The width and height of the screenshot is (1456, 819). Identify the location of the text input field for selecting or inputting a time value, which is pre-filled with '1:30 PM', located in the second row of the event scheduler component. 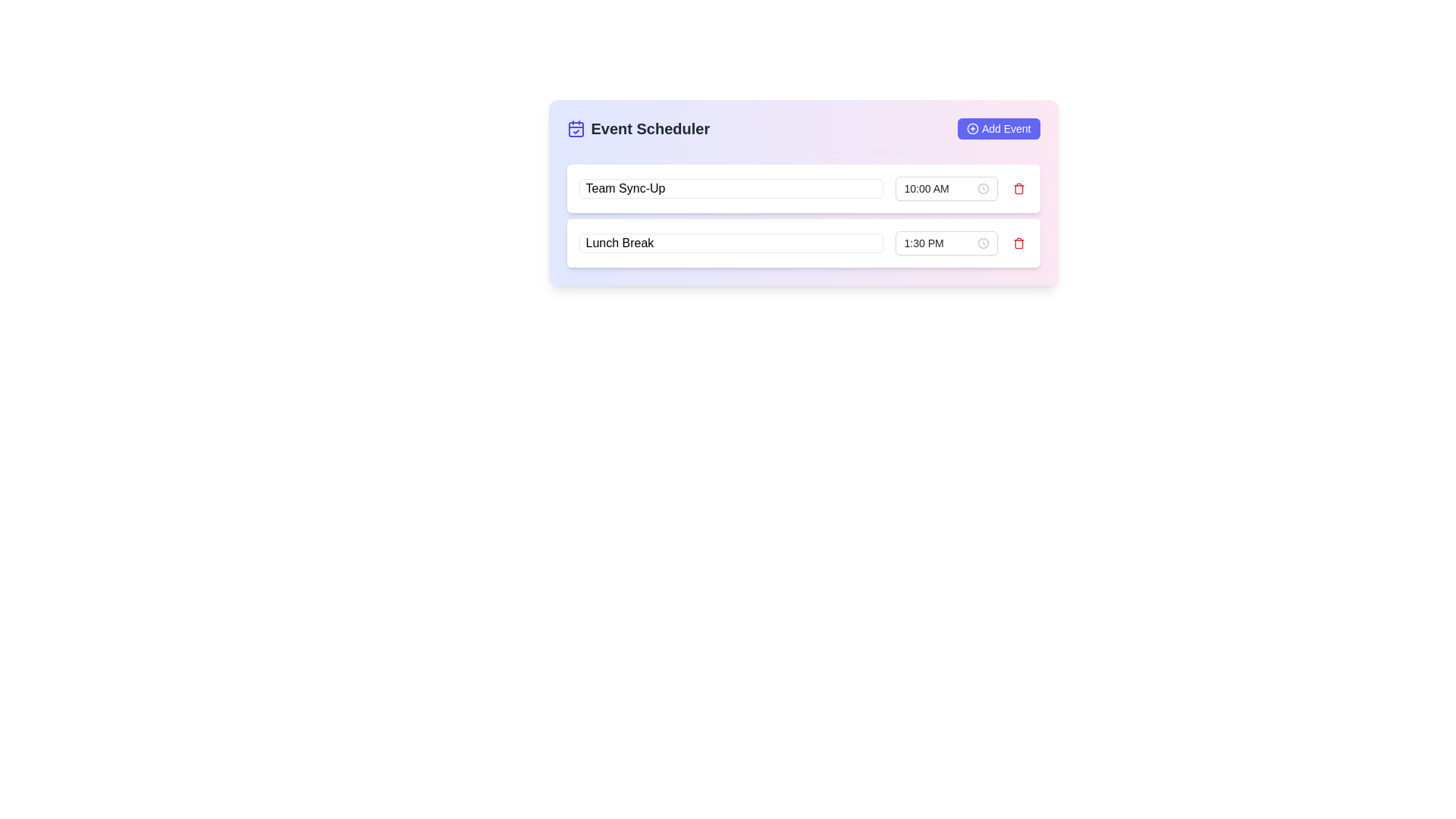
(938, 242).